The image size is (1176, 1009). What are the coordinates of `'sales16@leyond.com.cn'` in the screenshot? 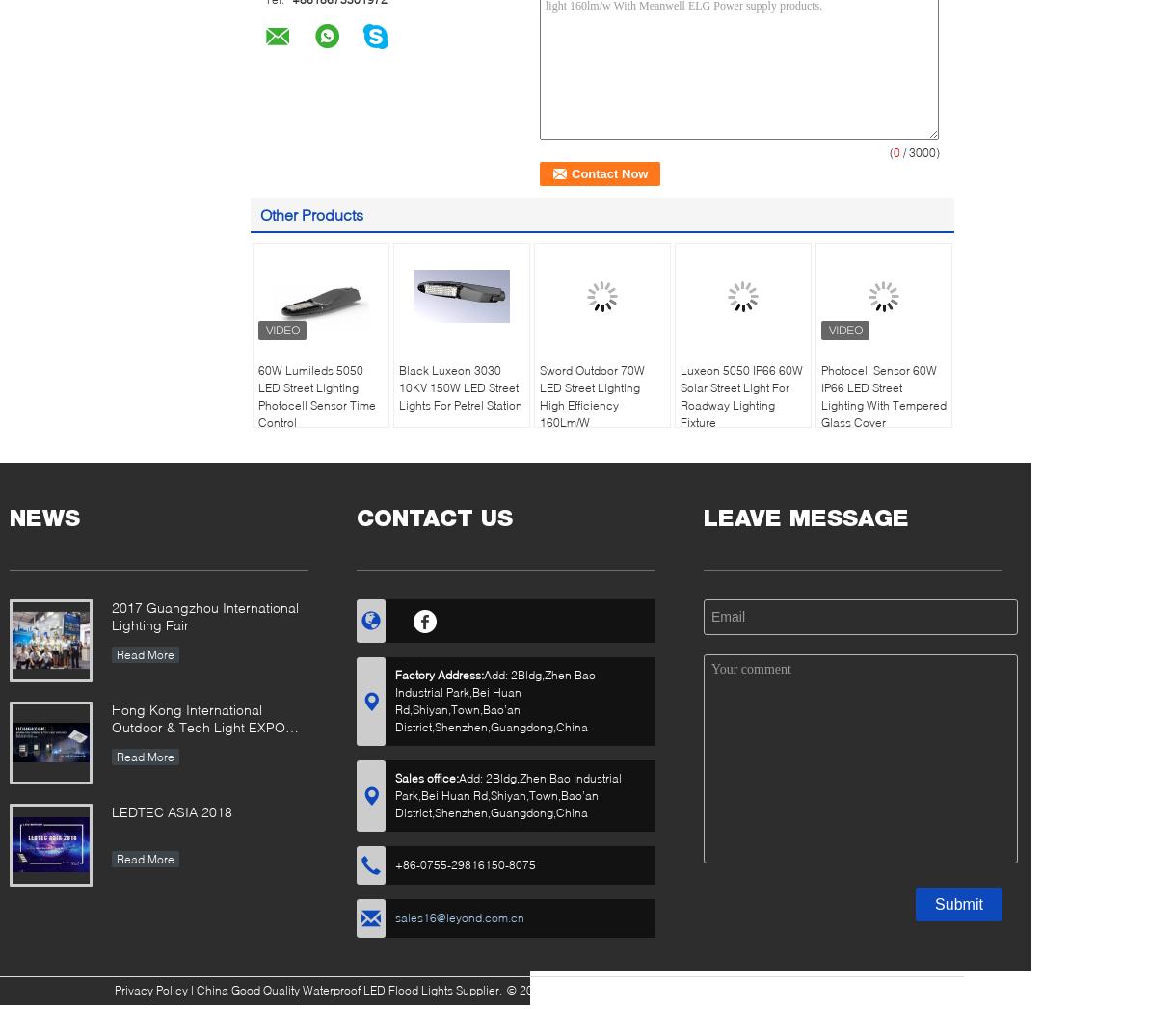 It's located at (459, 916).